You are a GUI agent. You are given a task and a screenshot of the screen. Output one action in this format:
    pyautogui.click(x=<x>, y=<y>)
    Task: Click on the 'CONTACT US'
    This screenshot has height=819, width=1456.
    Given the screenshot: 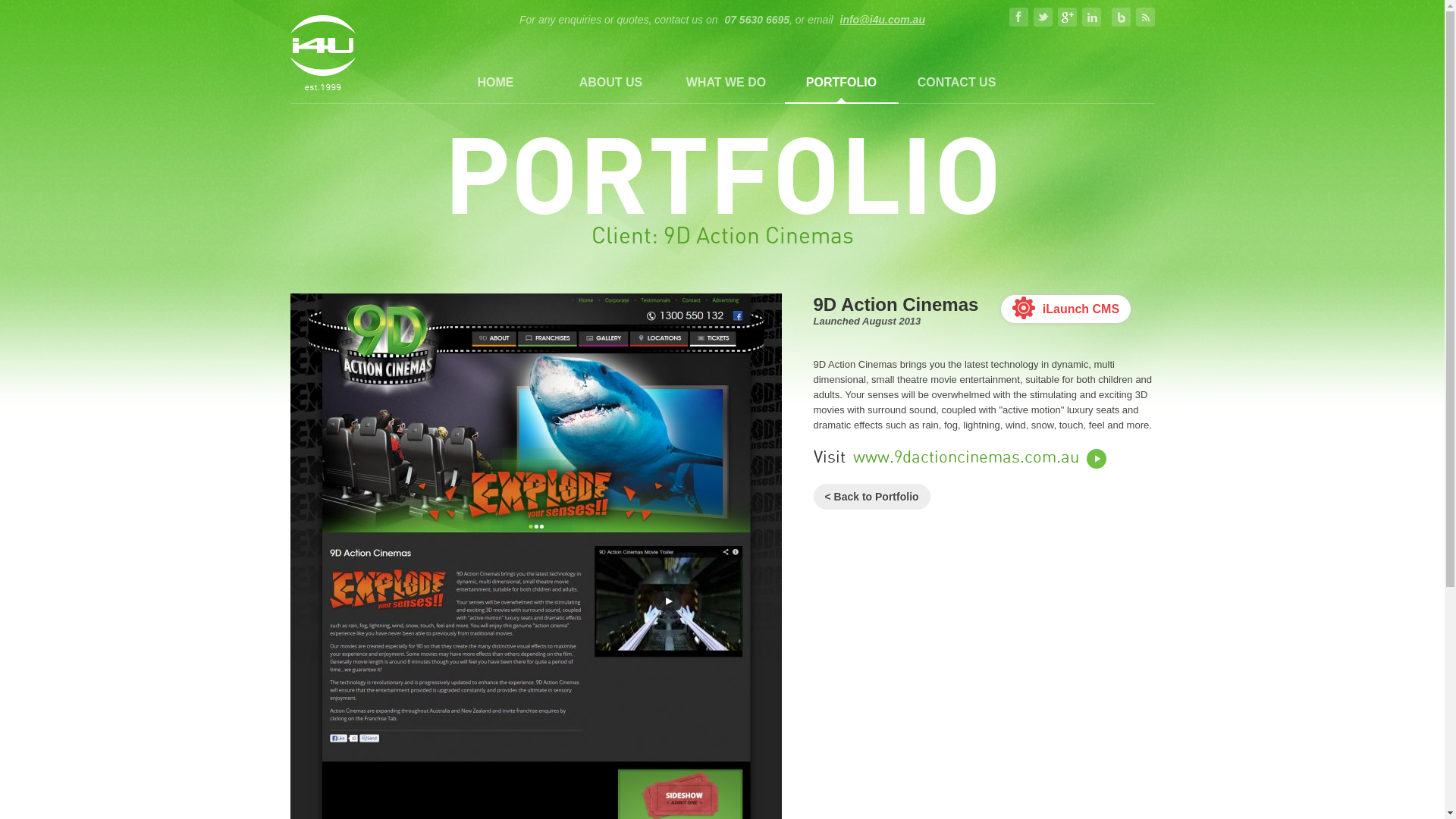 What is the action you would take?
    pyautogui.click(x=955, y=82)
    